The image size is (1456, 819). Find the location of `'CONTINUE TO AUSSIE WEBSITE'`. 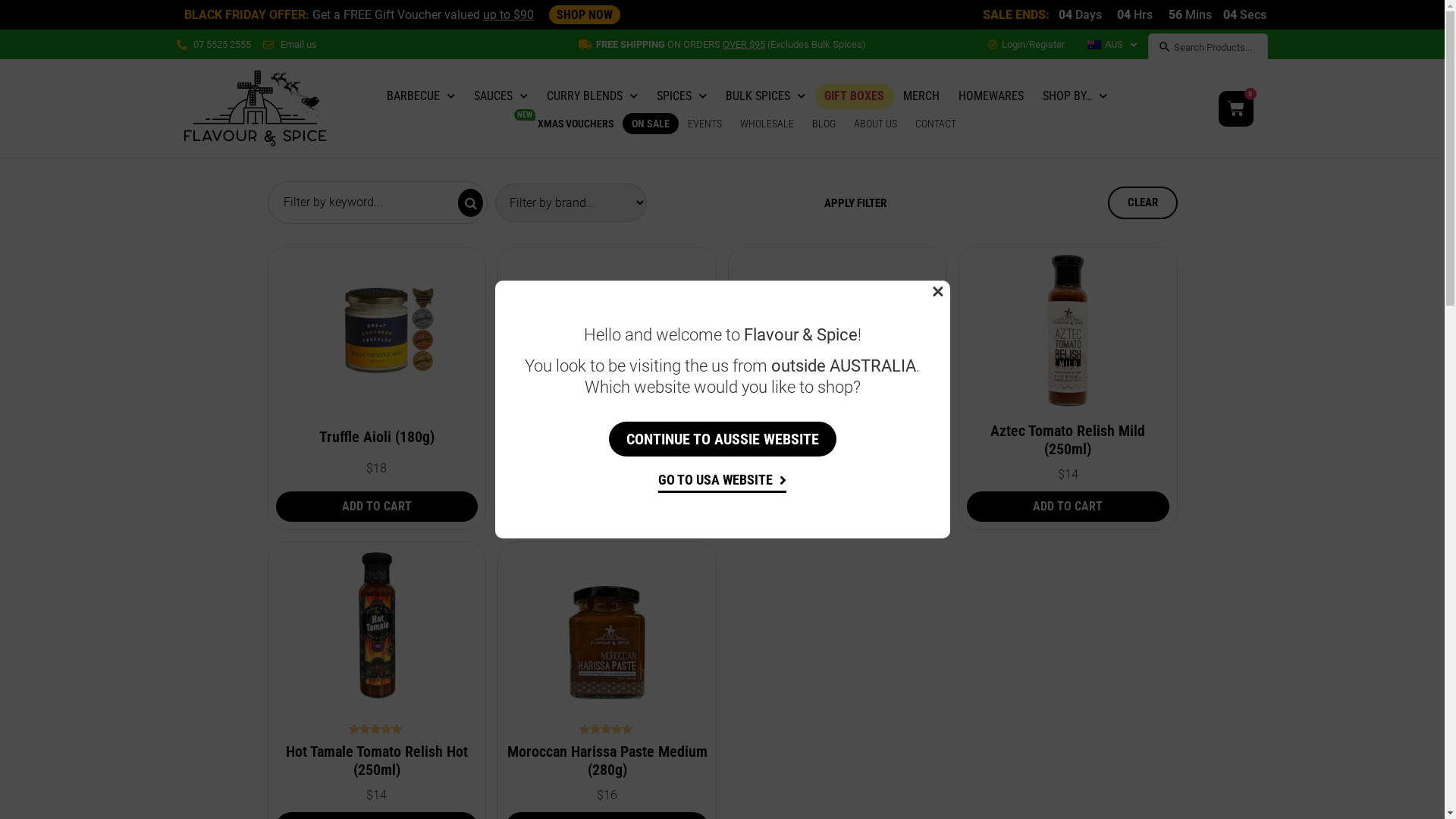

'CONTINUE TO AUSSIE WEBSITE' is located at coordinates (720, 438).